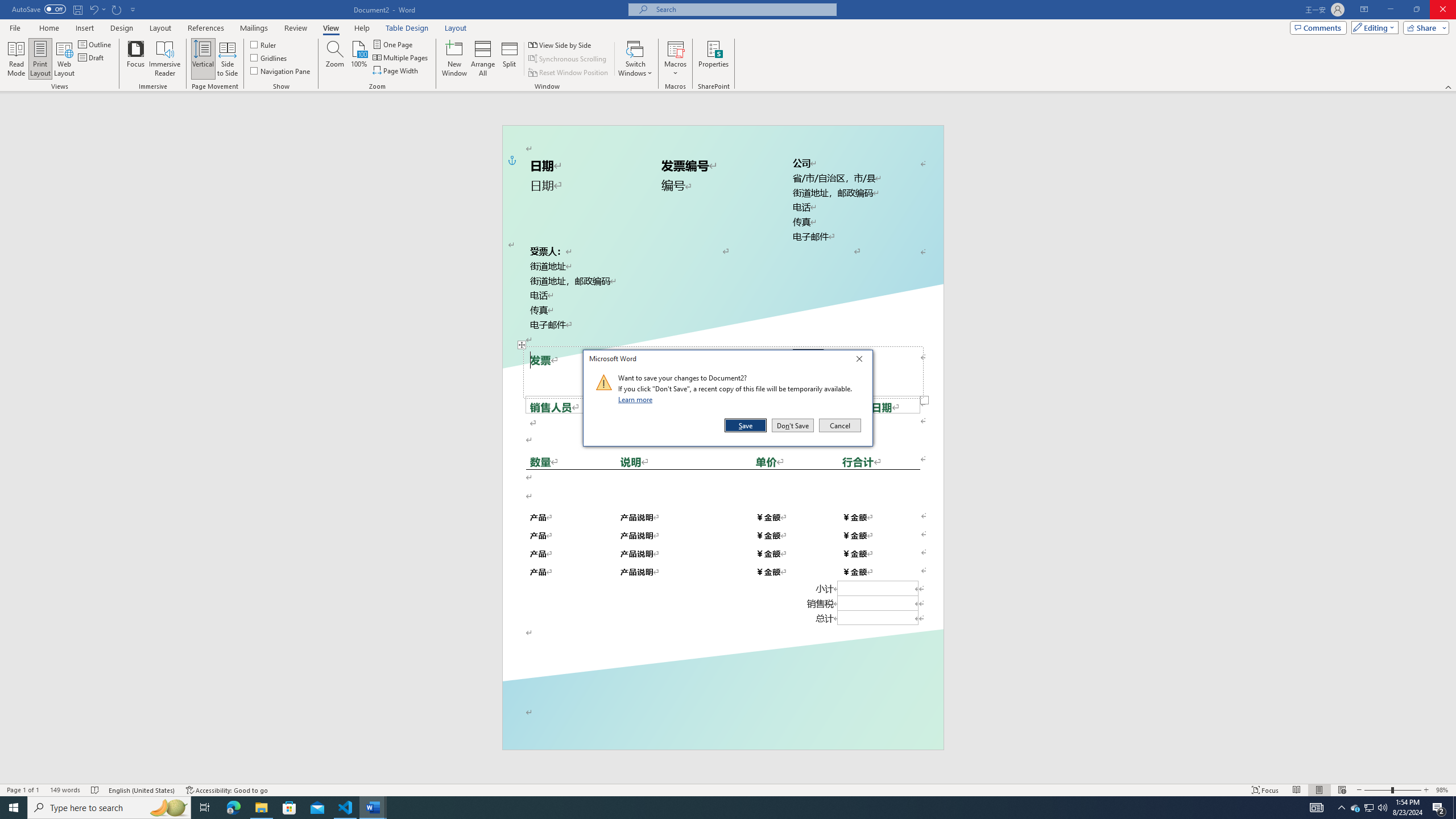  What do you see at coordinates (23, 790) in the screenshot?
I see `'Page Number Page 1 of 1'` at bounding box center [23, 790].